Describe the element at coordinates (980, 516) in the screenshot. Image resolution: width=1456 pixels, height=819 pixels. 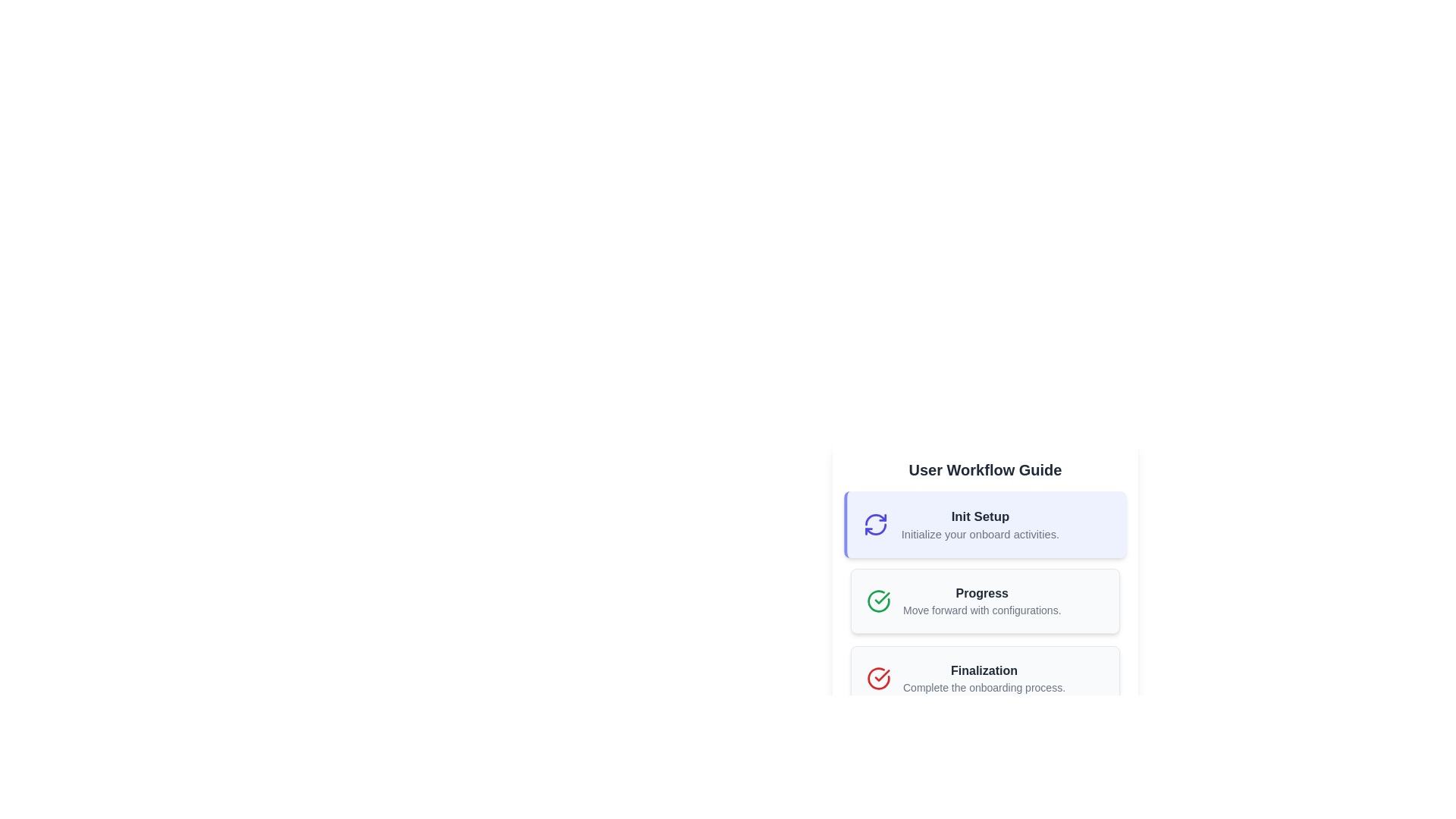
I see `the 'Init Setup' text label, which serves as the header for the current step in the interface, positioned in the upper section of the structured list` at that location.